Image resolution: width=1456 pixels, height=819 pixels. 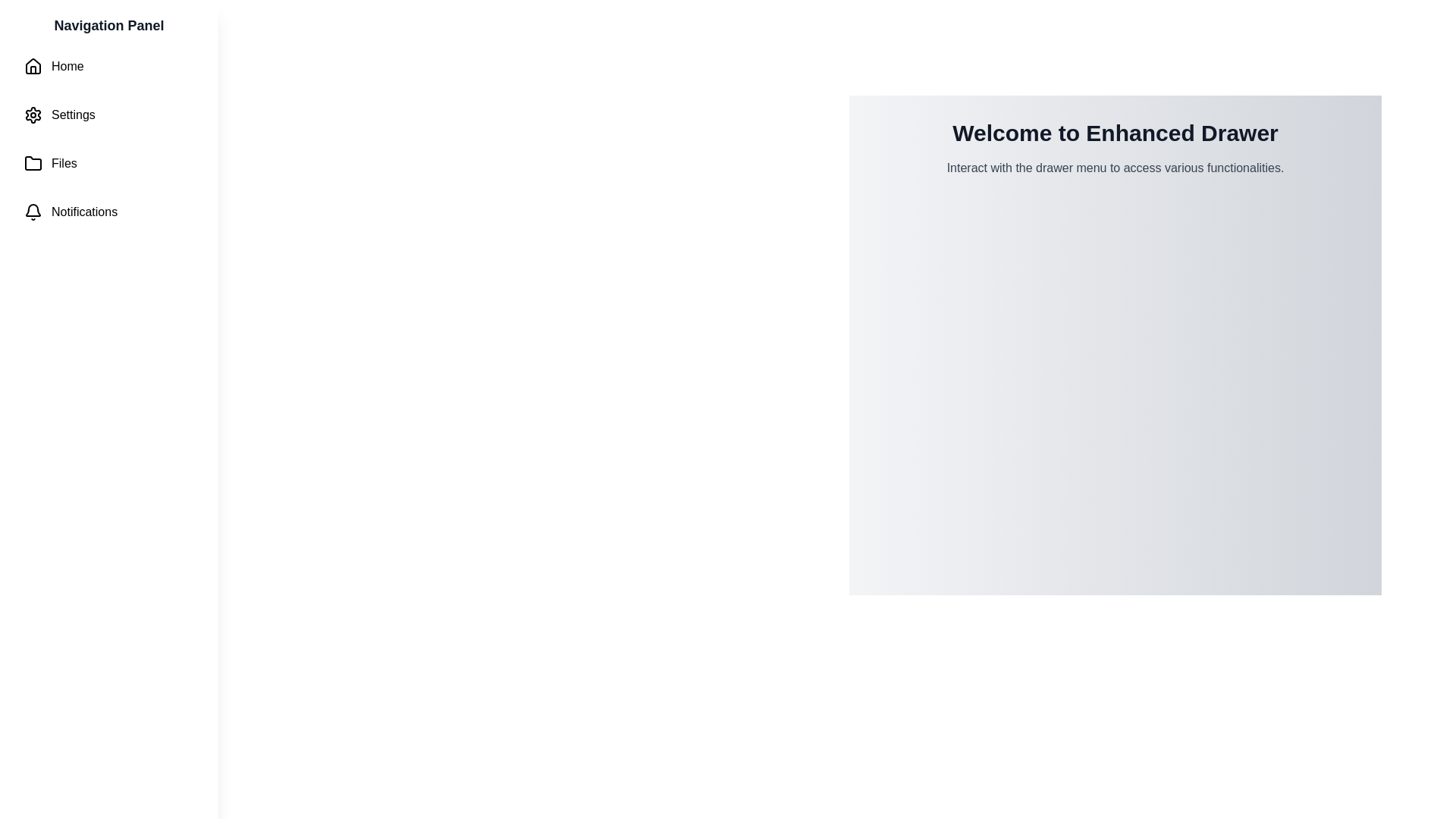 I want to click on the navigation item labeled 'Notifications' located in the left-side navigation panel below 'Home', 'Settings', and 'Files', which has a bell icon to its left, so click(x=83, y=212).